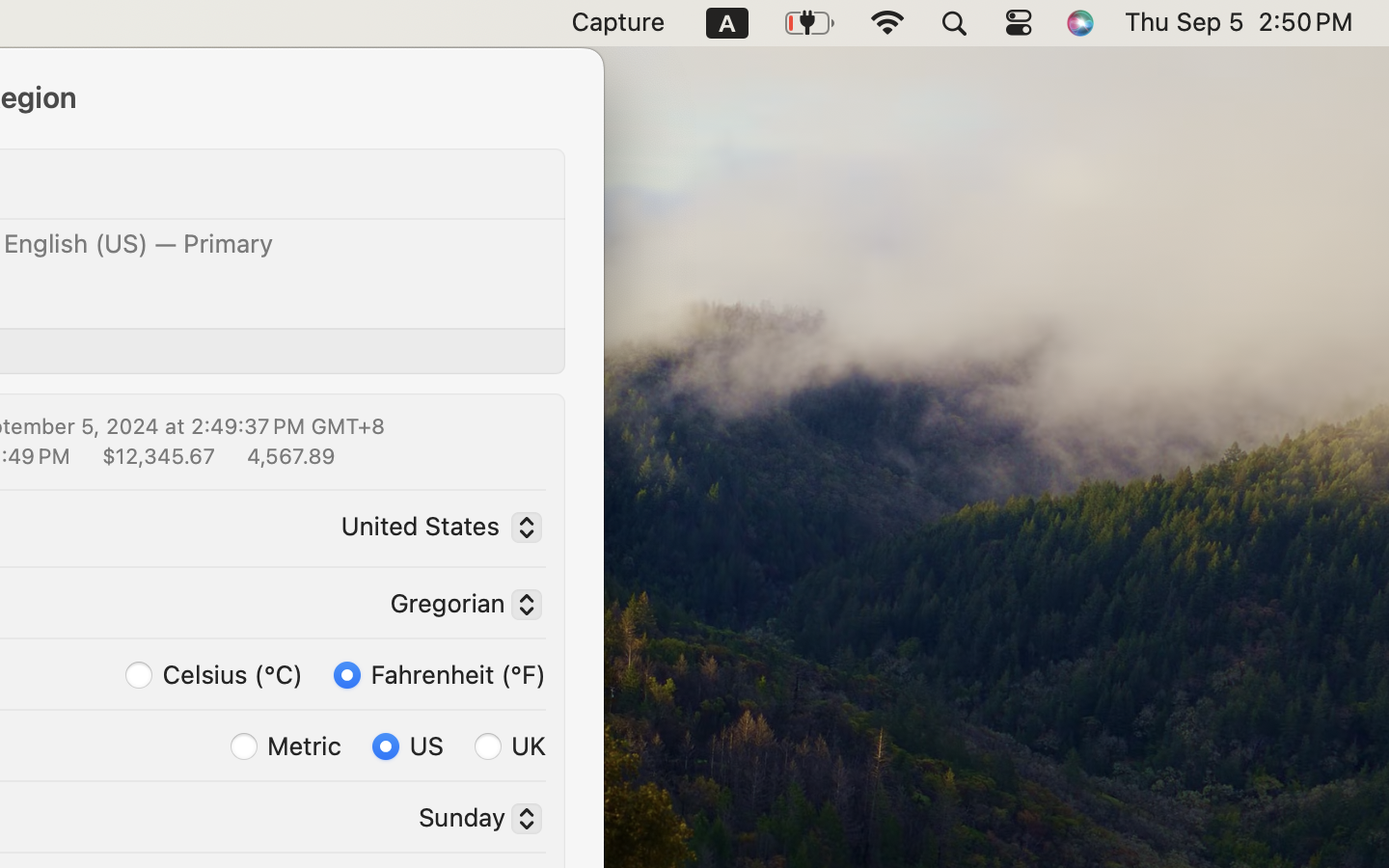  I want to click on 'Gregorian', so click(458, 607).